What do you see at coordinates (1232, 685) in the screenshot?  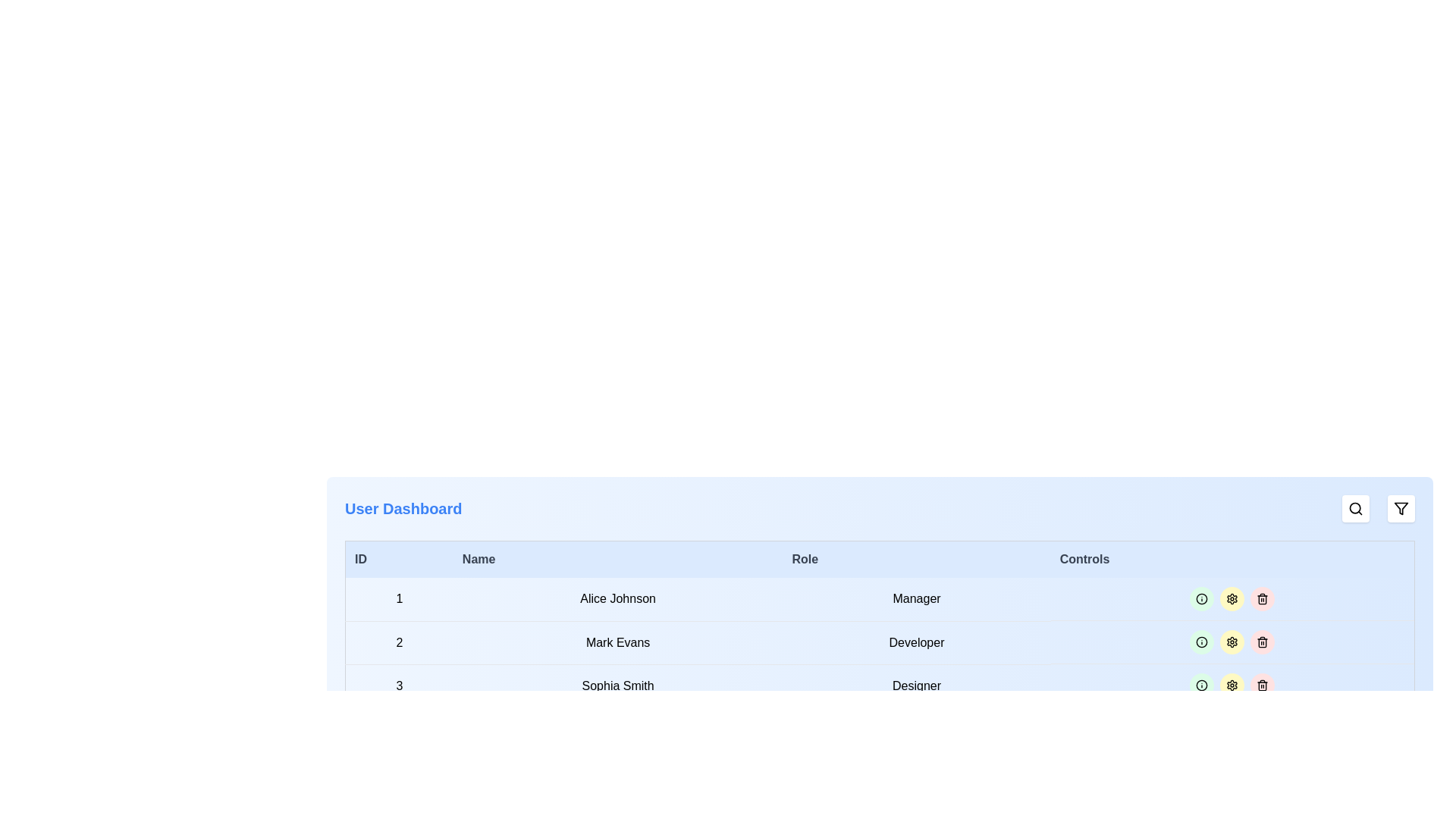 I see `the 'Settings' icon located in the bottom-most row of the user dashboard table, specifically the second icon from the left in the 'Controls' column` at bounding box center [1232, 685].